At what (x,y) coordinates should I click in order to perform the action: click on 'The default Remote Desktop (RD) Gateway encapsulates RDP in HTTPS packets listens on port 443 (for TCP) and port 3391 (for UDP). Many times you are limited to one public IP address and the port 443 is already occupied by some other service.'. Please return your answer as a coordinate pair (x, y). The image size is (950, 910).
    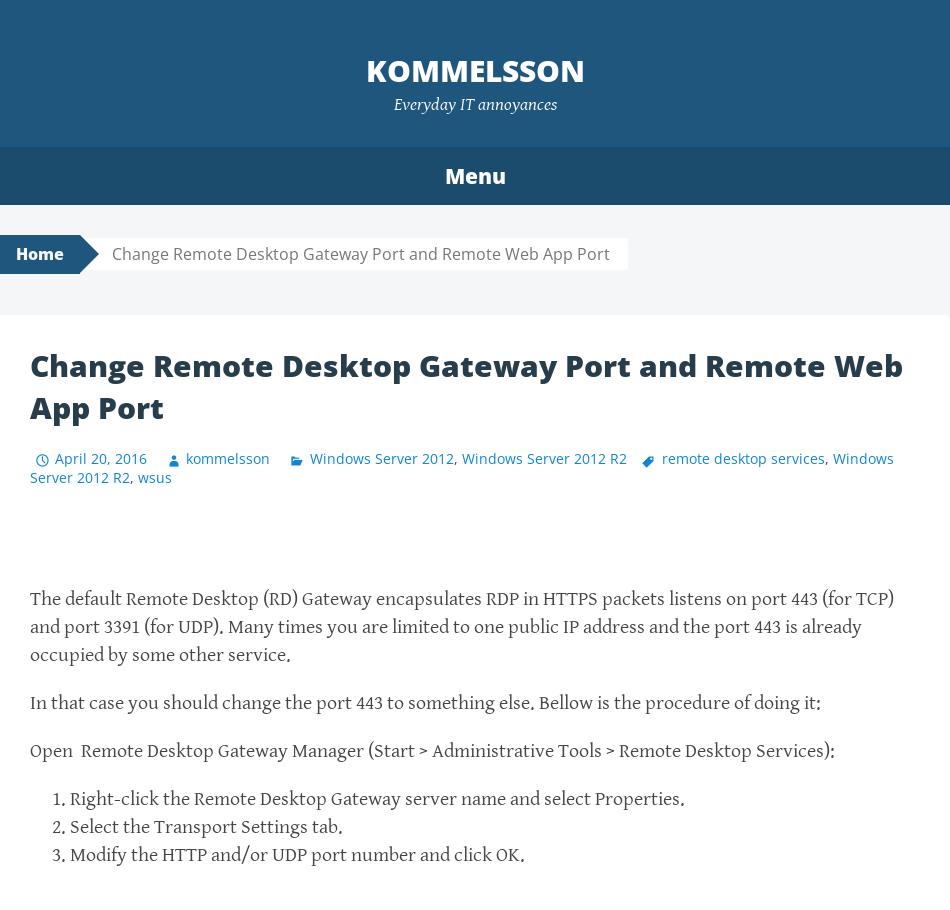
    Looking at the image, I should click on (30, 627).